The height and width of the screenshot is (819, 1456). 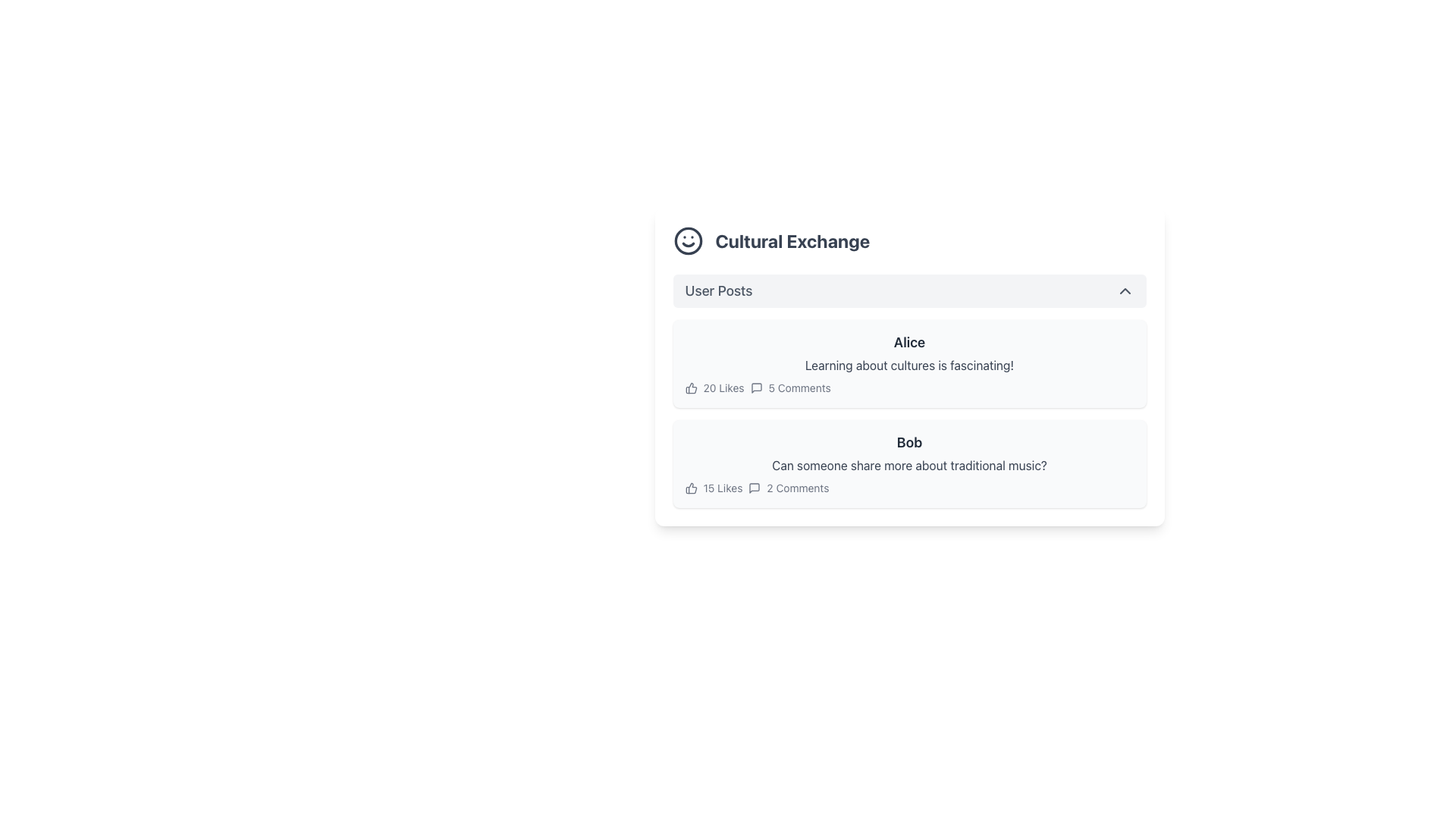 I want to click on textual content of the Text element displaying 'Can someone share more about traditional music?' located in the User Posts section under the Cultural Exchange header, so click(x=909, y=464).